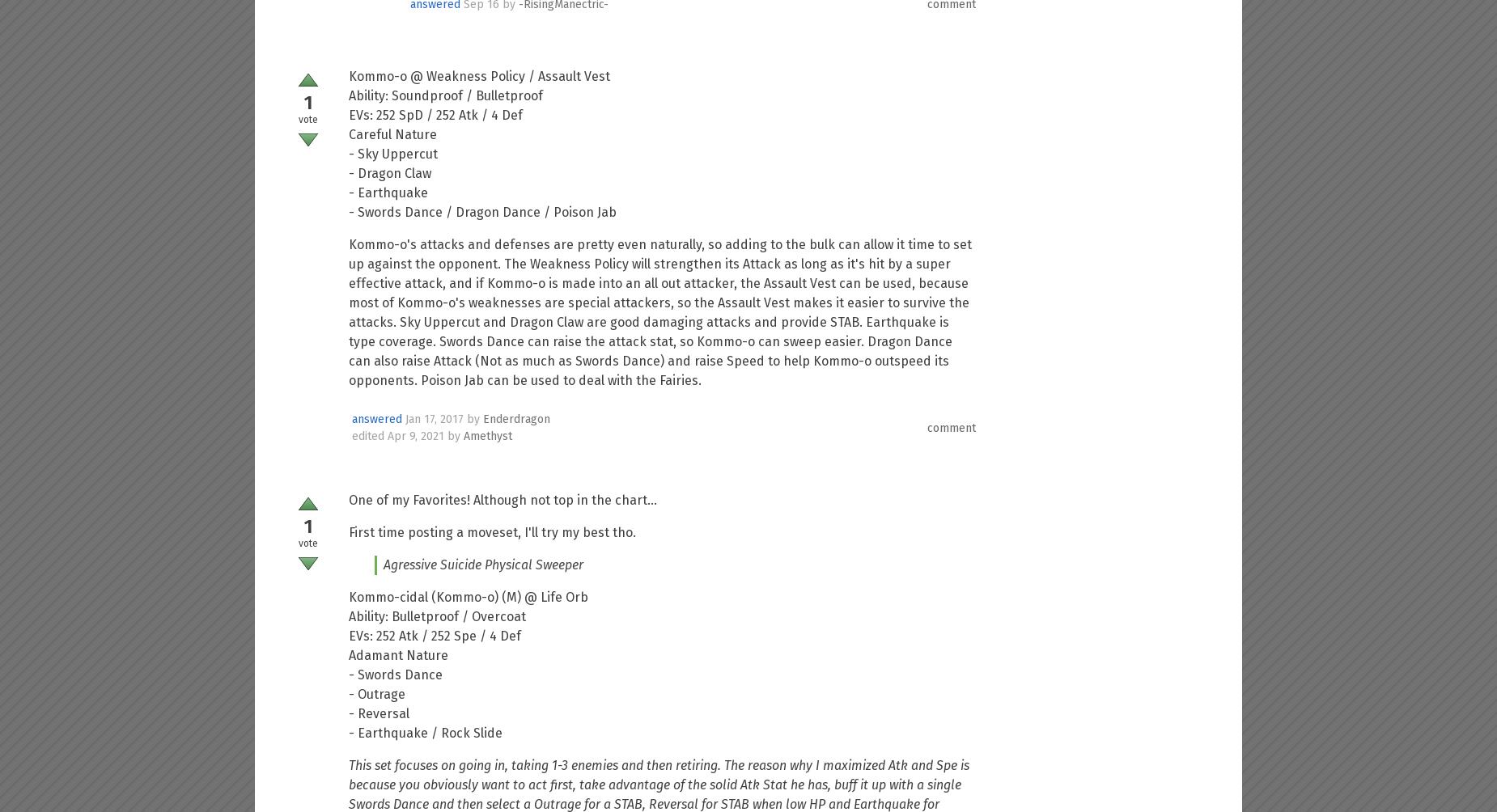 This screenshot has width=1497, height=812. What do you see at coordinates (469, 596) in the screenshot?
I see `'Kommo-cidal (Kommo-o) (M) @ Life Orb'` at bounding box center [469, 596].